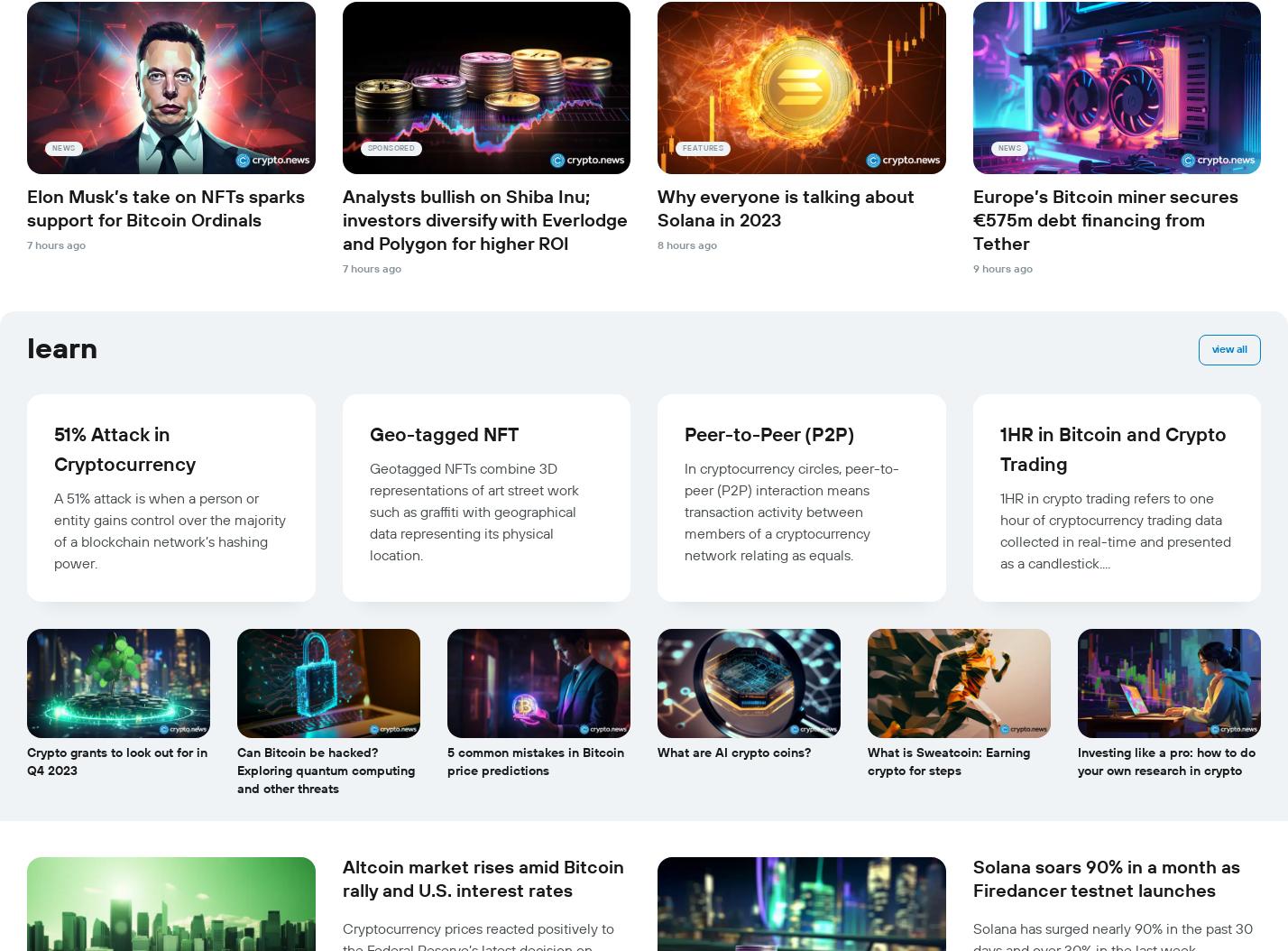 This screenshot has width=1288, height=951. I want to click on 'Sponsored', so click(390, 147).